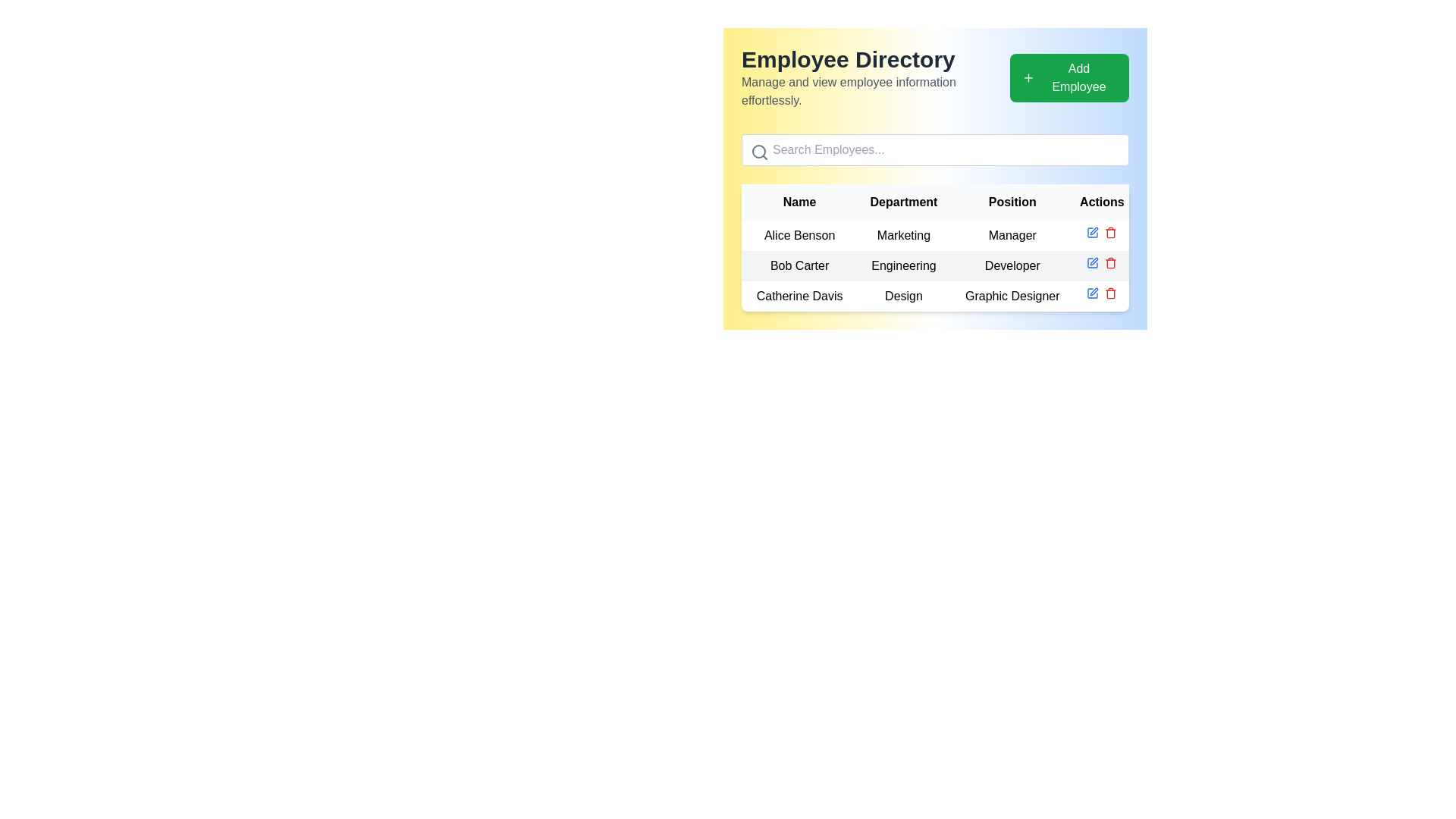 The width and height of the screenshot is (1456, 819). What do you see at coordinates (799, 265) in the screenshot?
I see `the text label displaying the name 'Bob Carter'` at bounding box center [799, 265].